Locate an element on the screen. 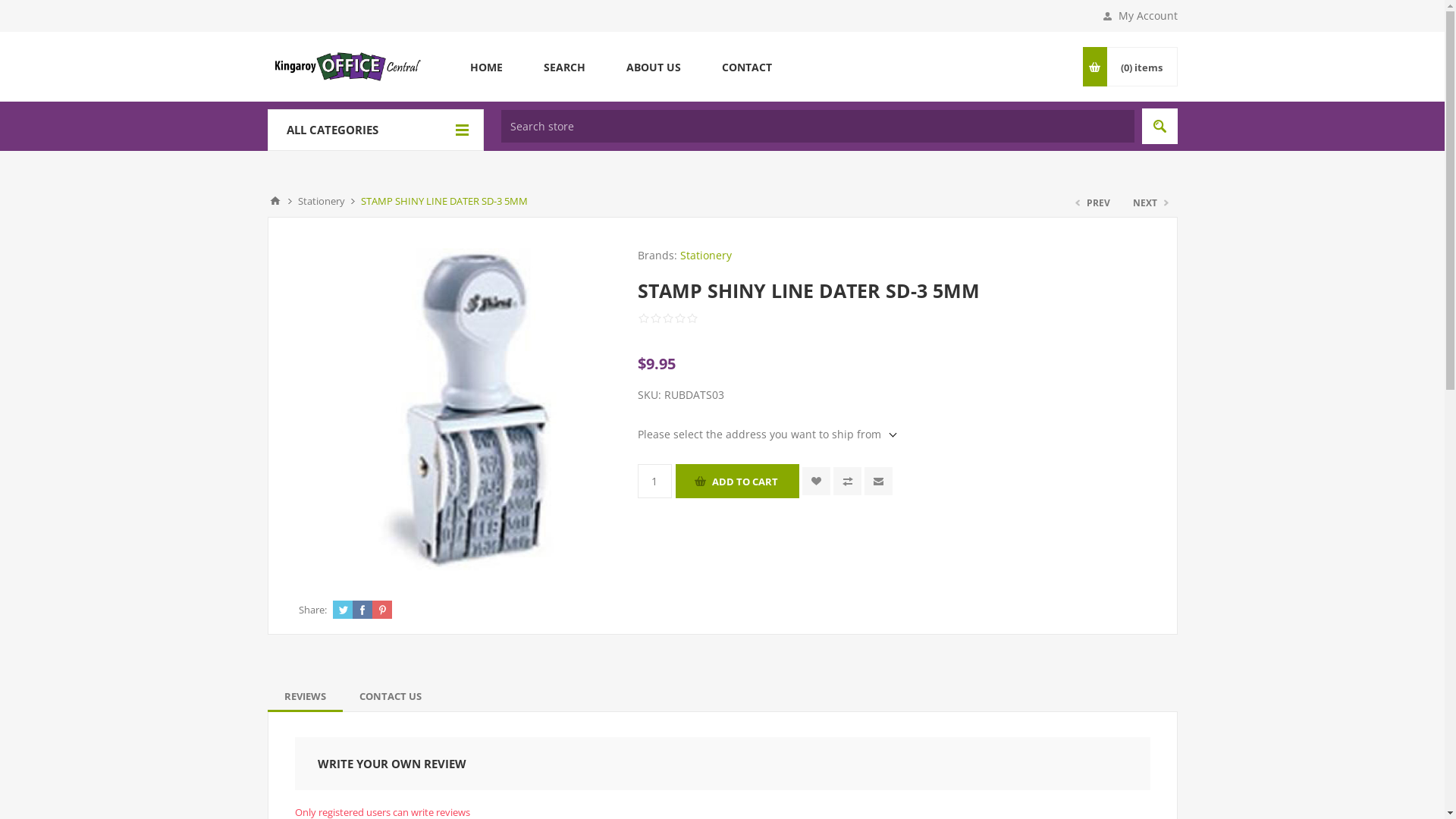  'SEARCH' is located at coordinates (563, 66).